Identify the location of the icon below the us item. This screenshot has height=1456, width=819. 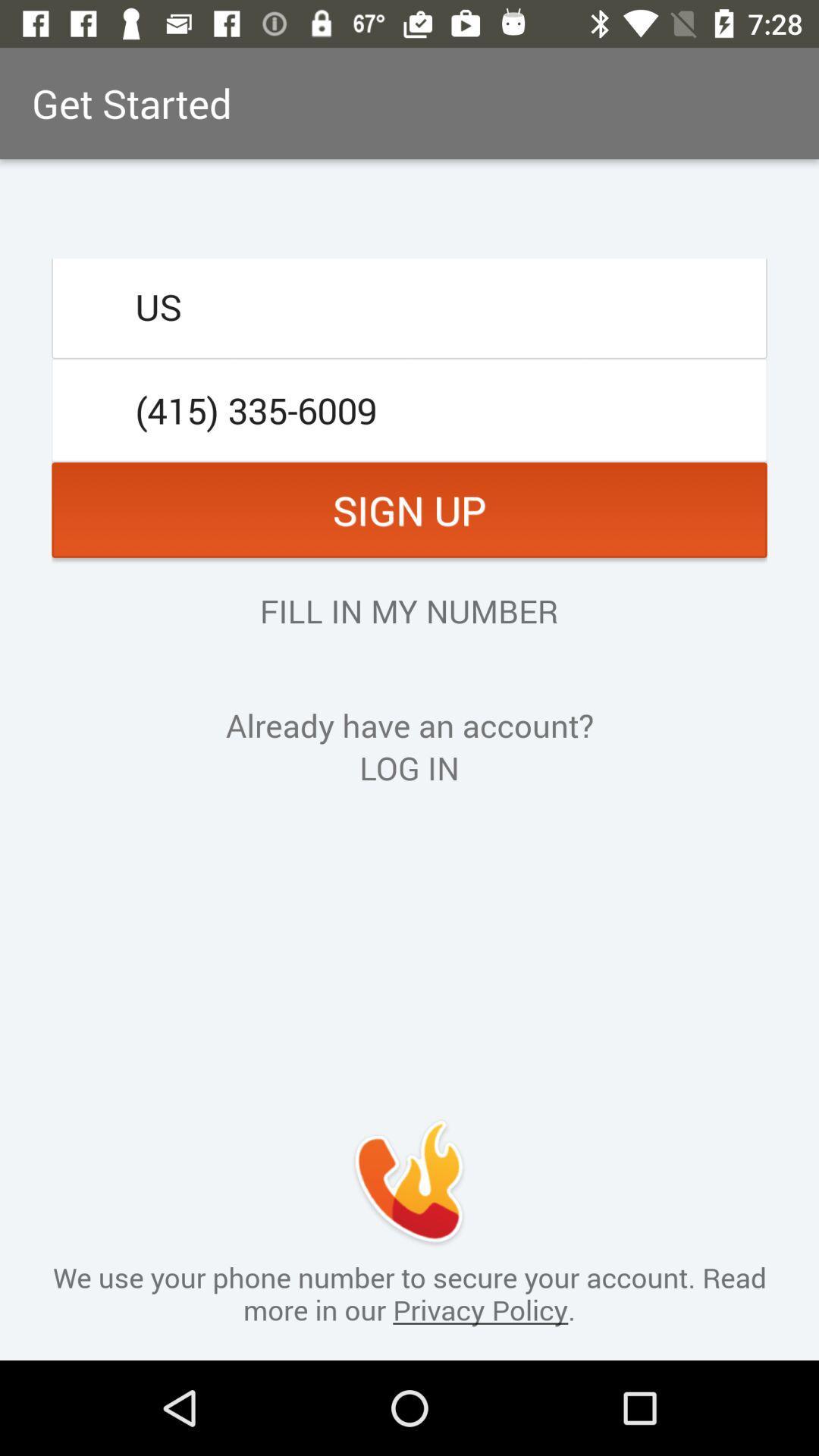
(409, 410).